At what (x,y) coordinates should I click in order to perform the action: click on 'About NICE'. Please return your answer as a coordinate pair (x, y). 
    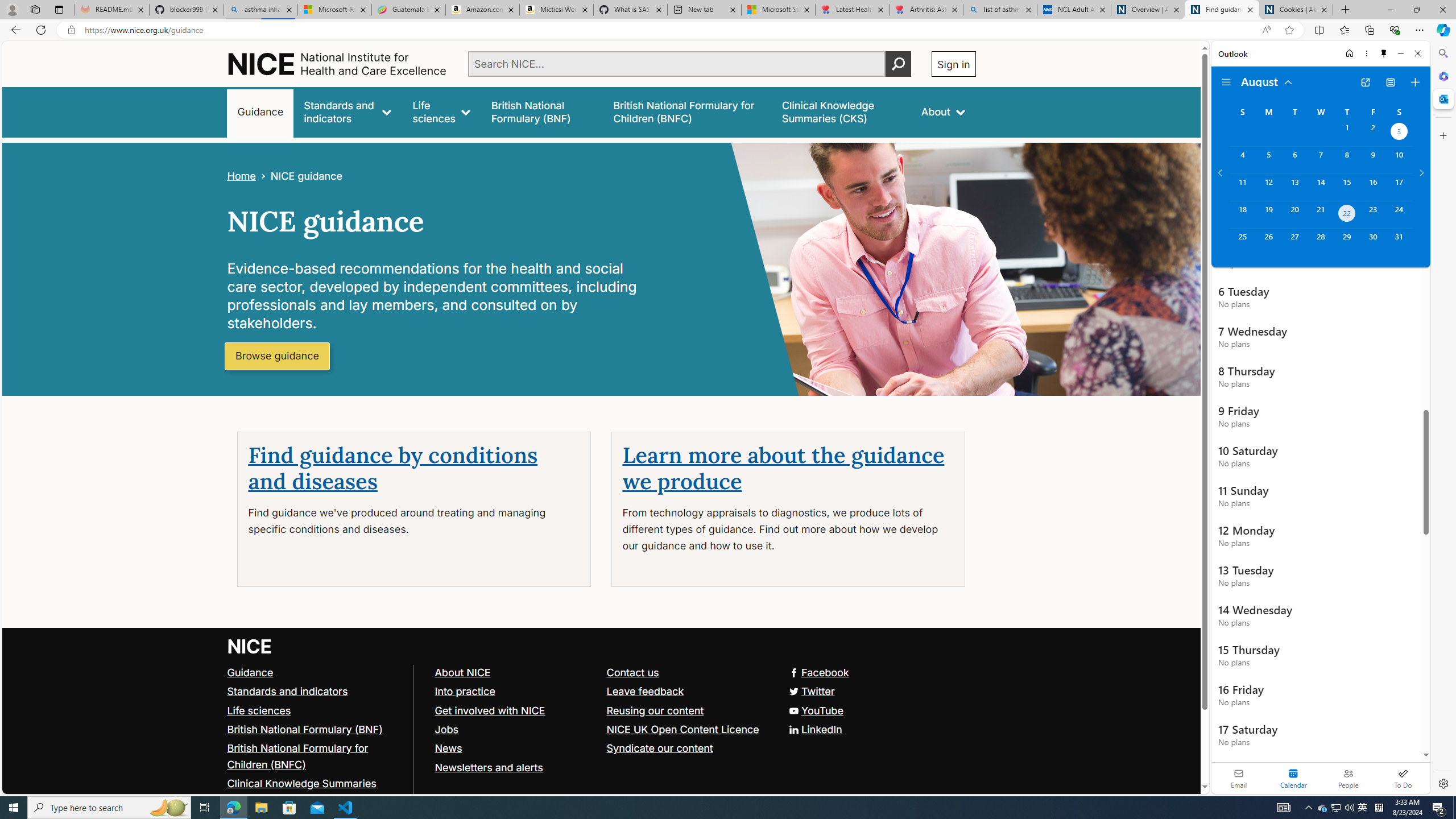
    Looking at the image, I should click on (515, 672).